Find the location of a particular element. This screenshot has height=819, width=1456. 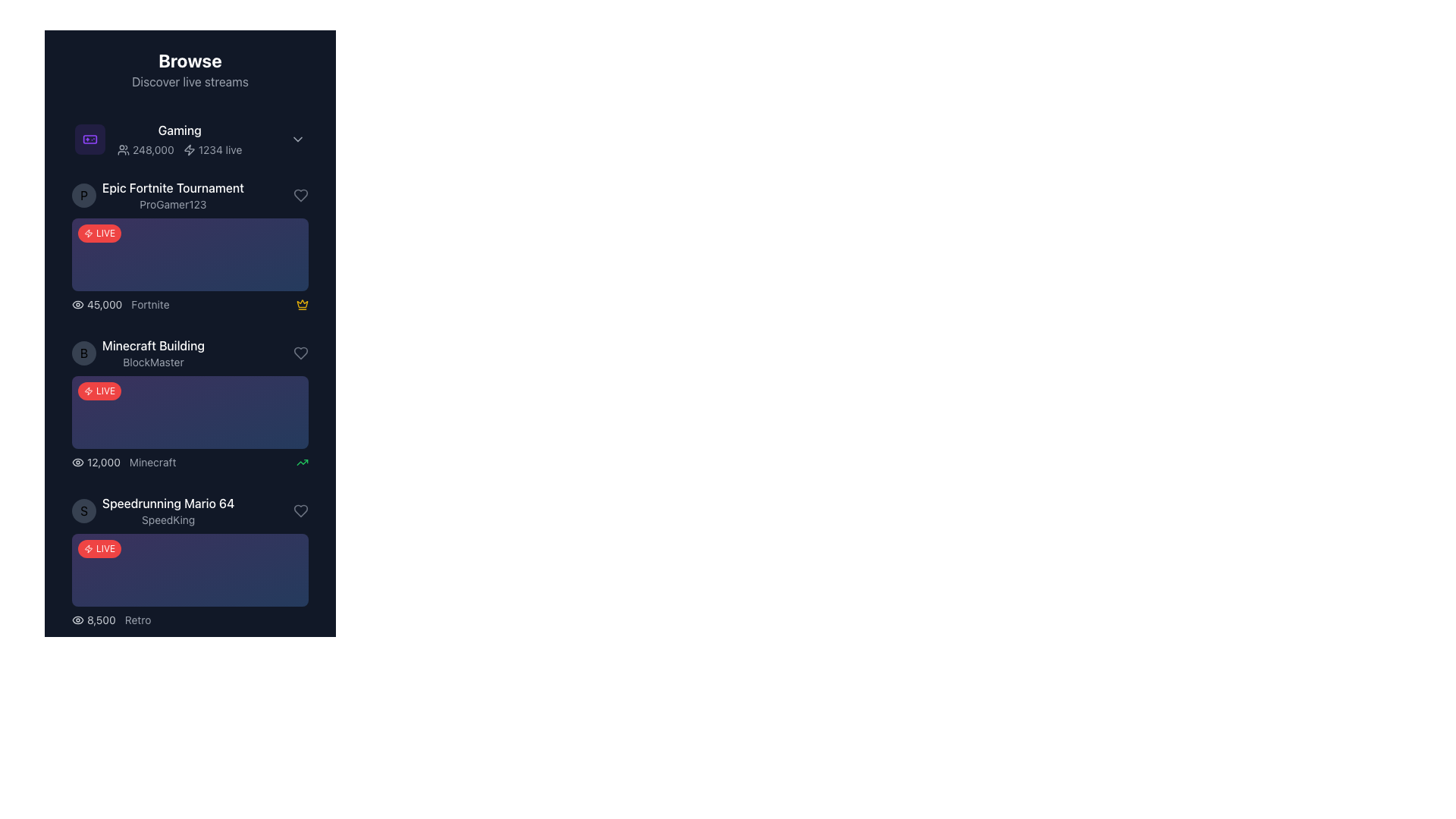

the text label displaying 'Epic Fortnite Tournament', which is styled with a white font on a dark background and positioned above the username 'ProGamer123' is located at coordinates (173, 187).